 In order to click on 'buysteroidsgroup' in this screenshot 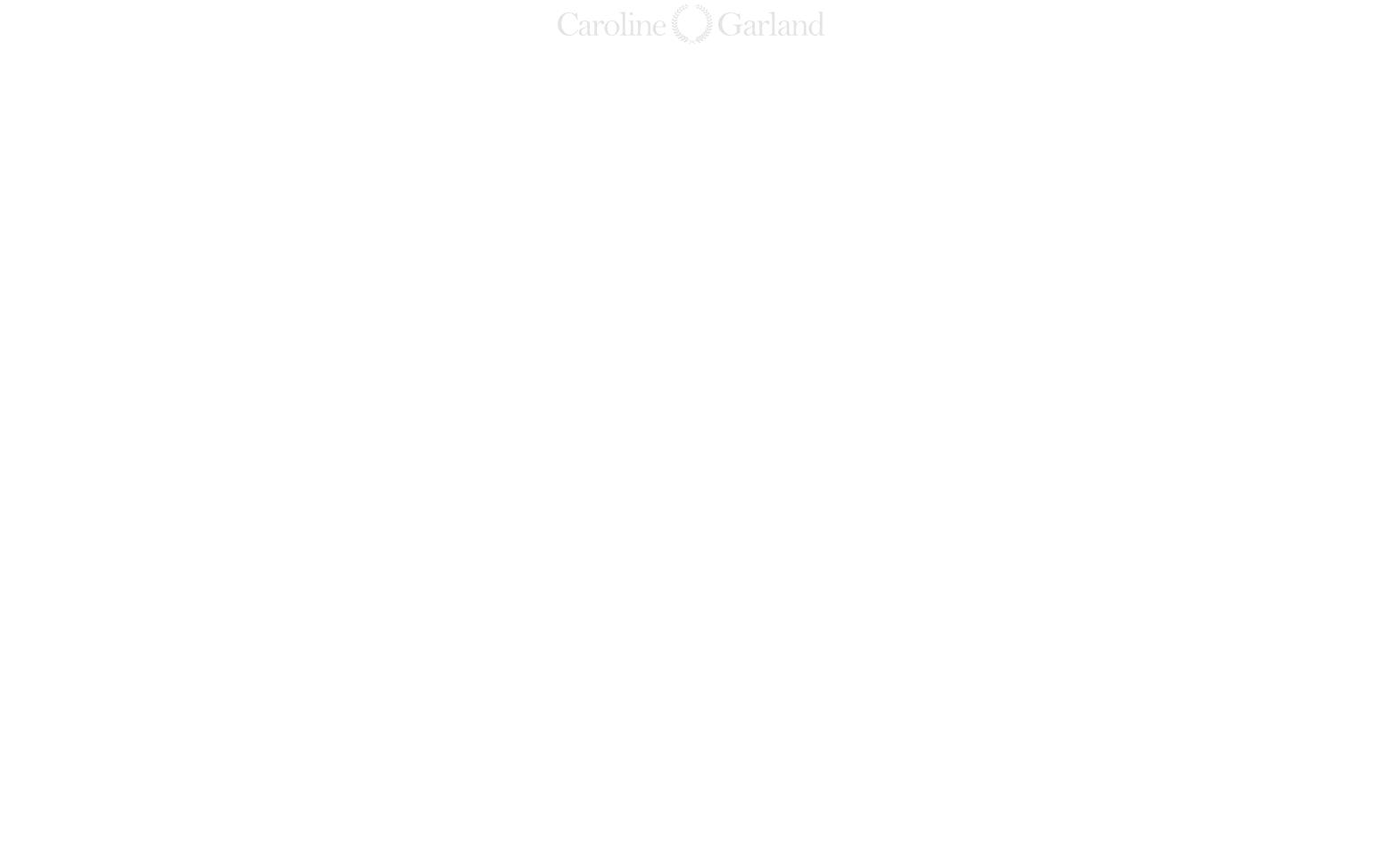, I will do `click(1100, 361)`.